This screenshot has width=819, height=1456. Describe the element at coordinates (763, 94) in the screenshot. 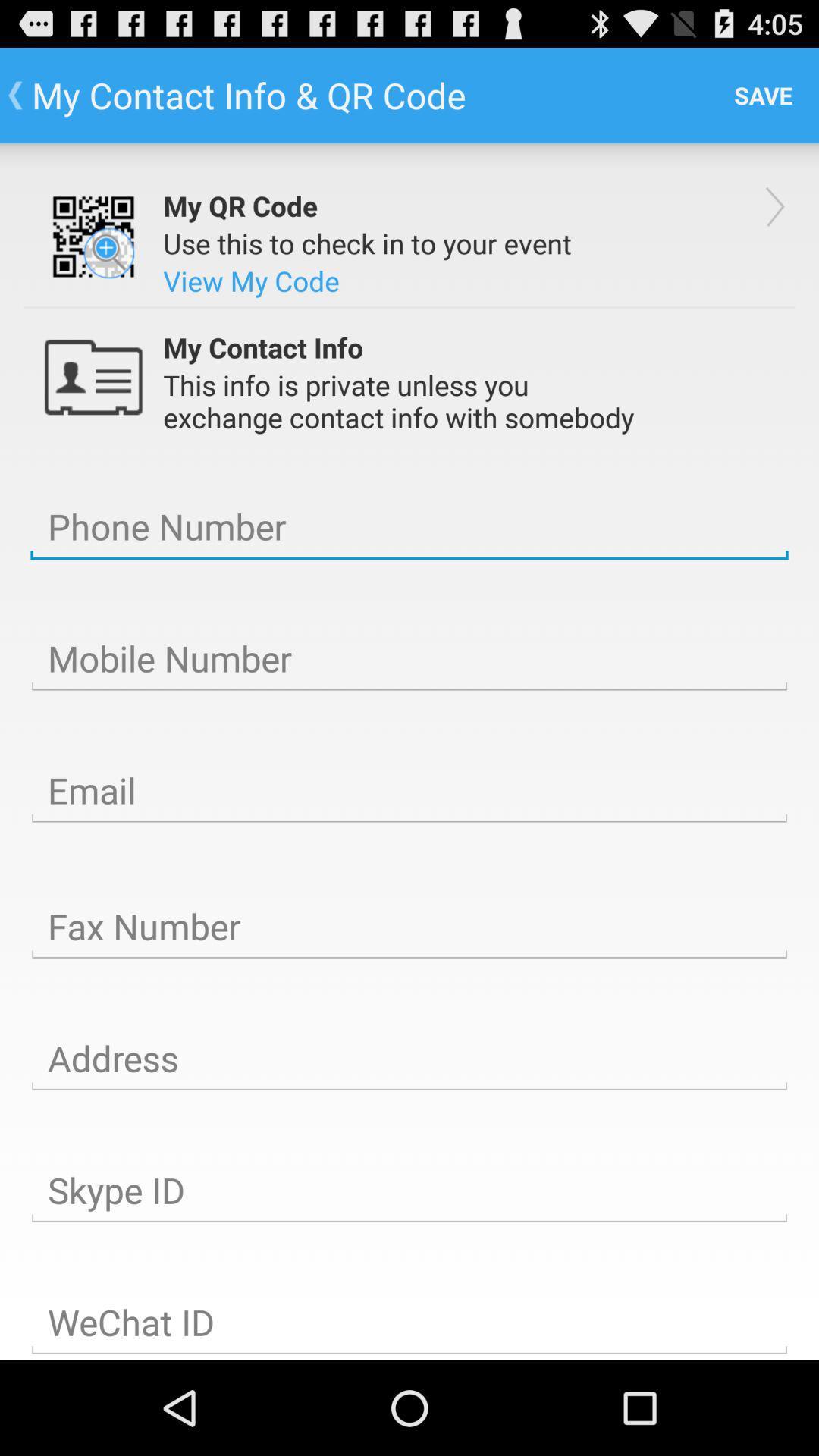

I see `the app to the right of the my contact info` at that location.